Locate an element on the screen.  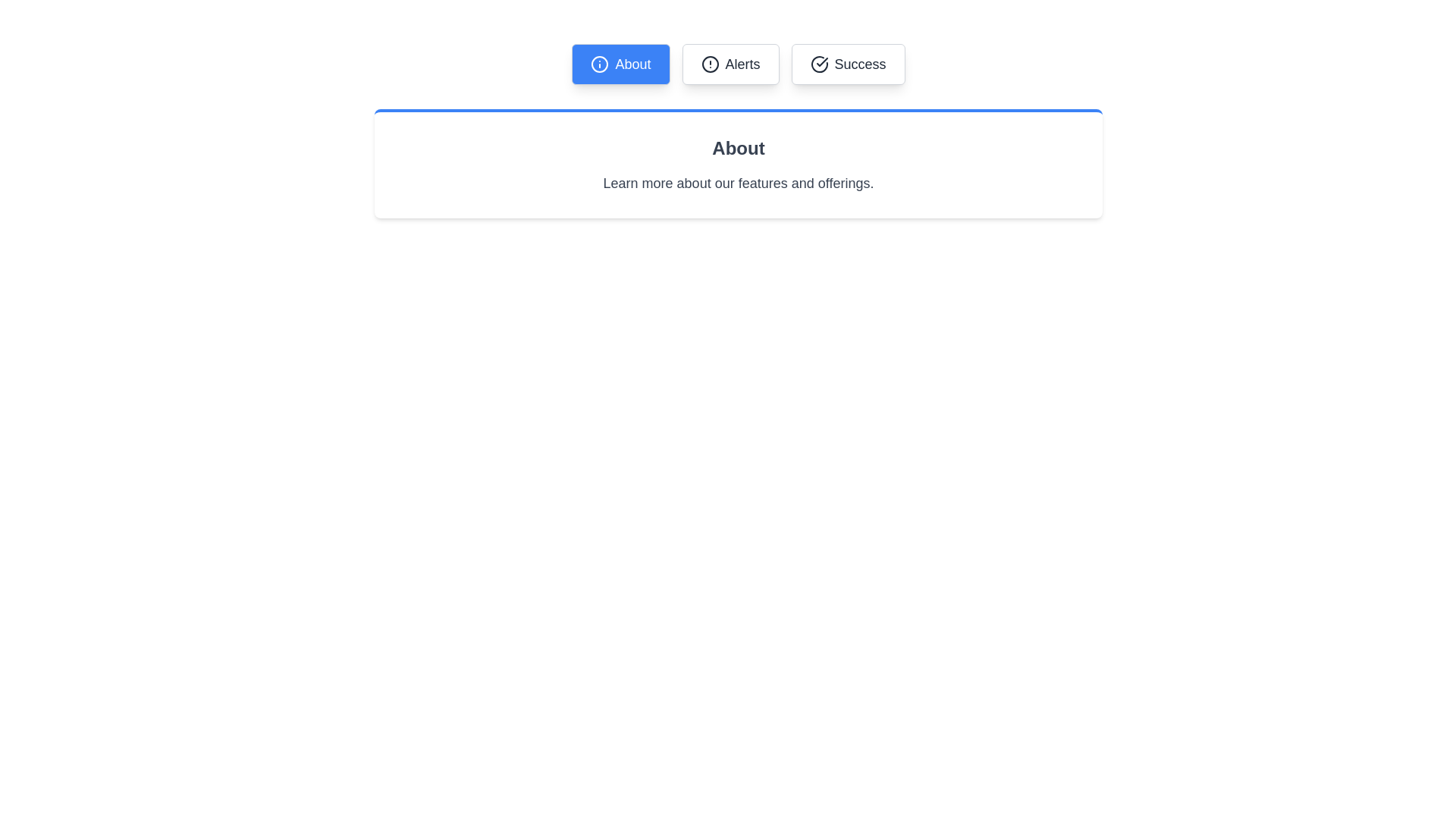
the 'Alerts' button, which is a rectangular button with a white background, gray border, and contains an alert icon and the text 'Alerts' in gray font, located between the 'About' and 'Success' buttons is located at coordinates (730, 63).